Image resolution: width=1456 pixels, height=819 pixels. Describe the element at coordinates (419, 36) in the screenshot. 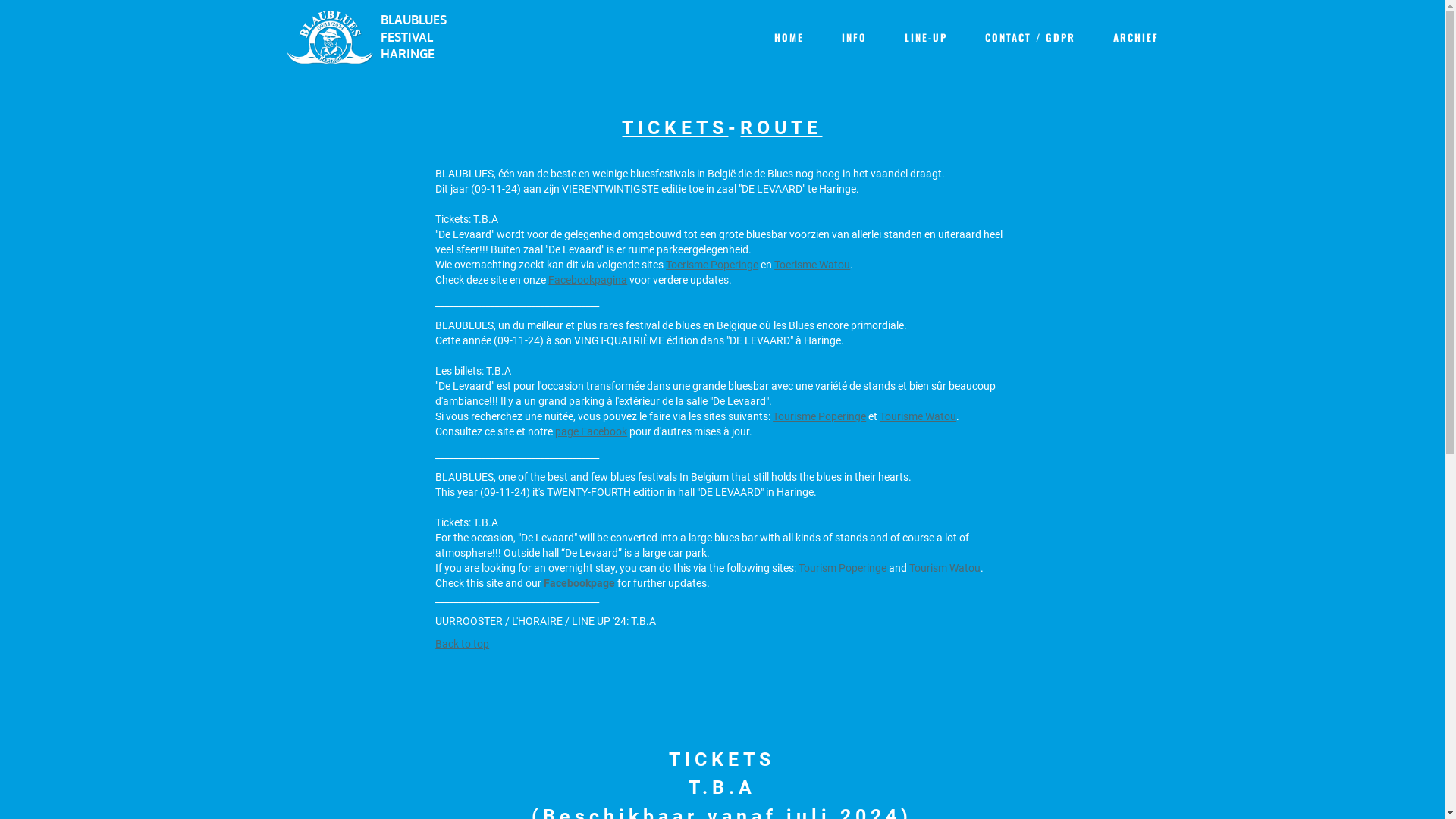

I see `'BLAUBLUES FESTIVAL HARINGE'` at that location.